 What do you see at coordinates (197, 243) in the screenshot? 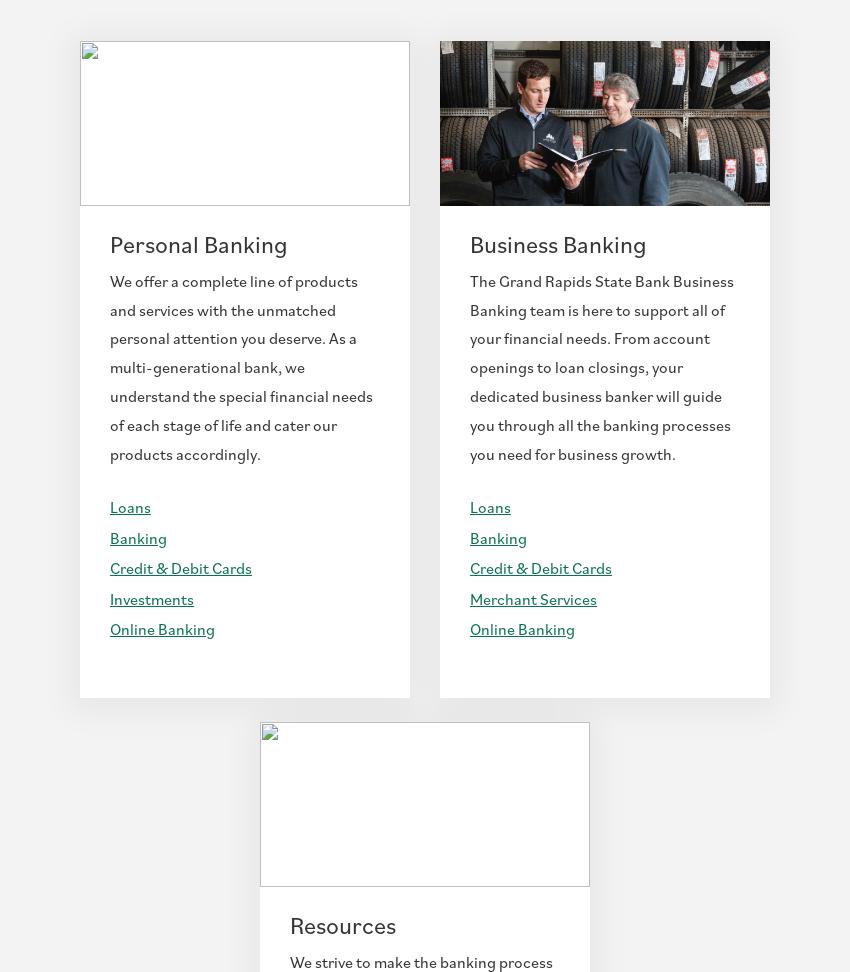
I see `'Personal Banking'` at bounding box center [197, 243].